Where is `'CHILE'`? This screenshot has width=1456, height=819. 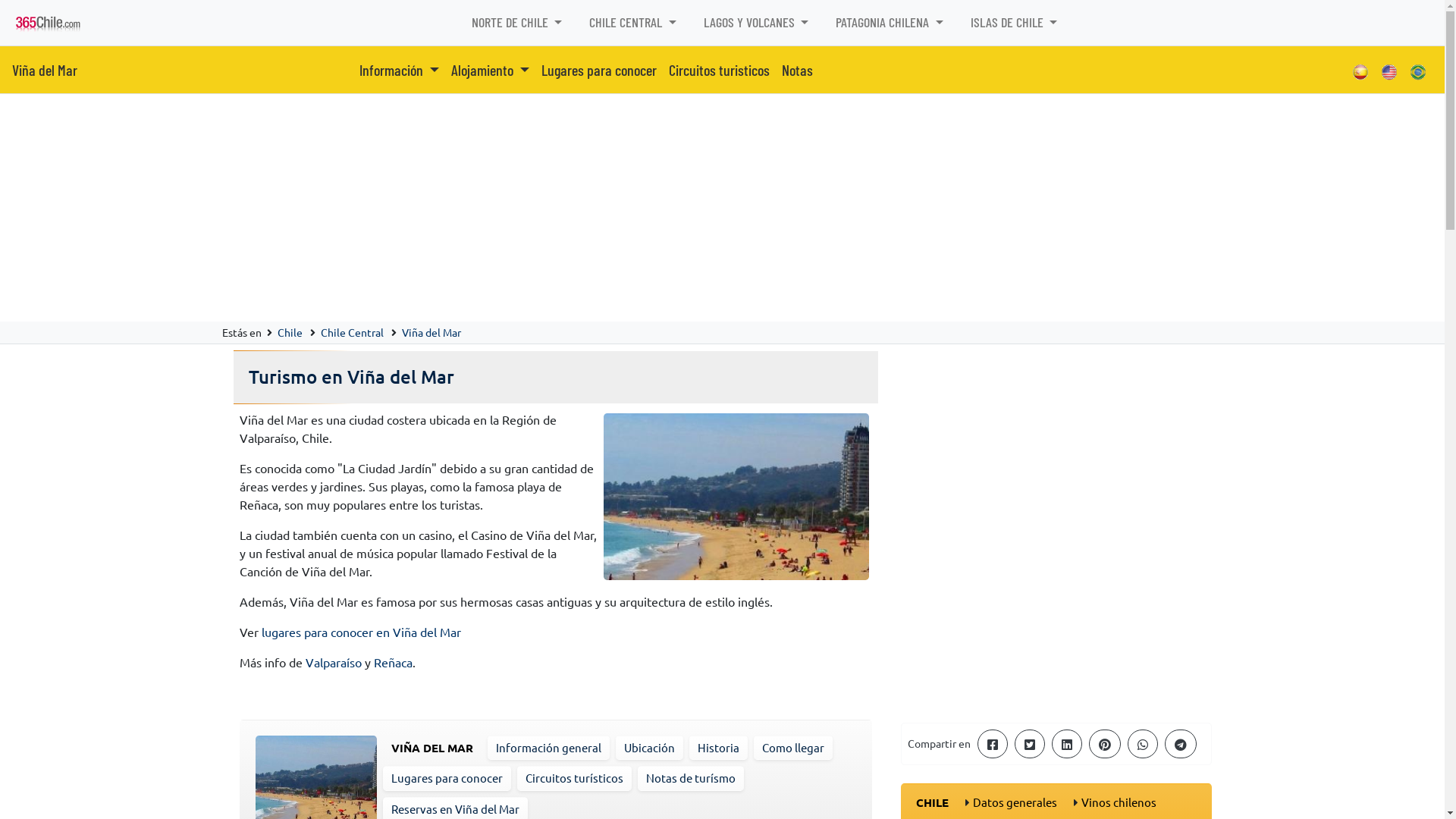 'CHILE' is located at coordinates (915, 801).